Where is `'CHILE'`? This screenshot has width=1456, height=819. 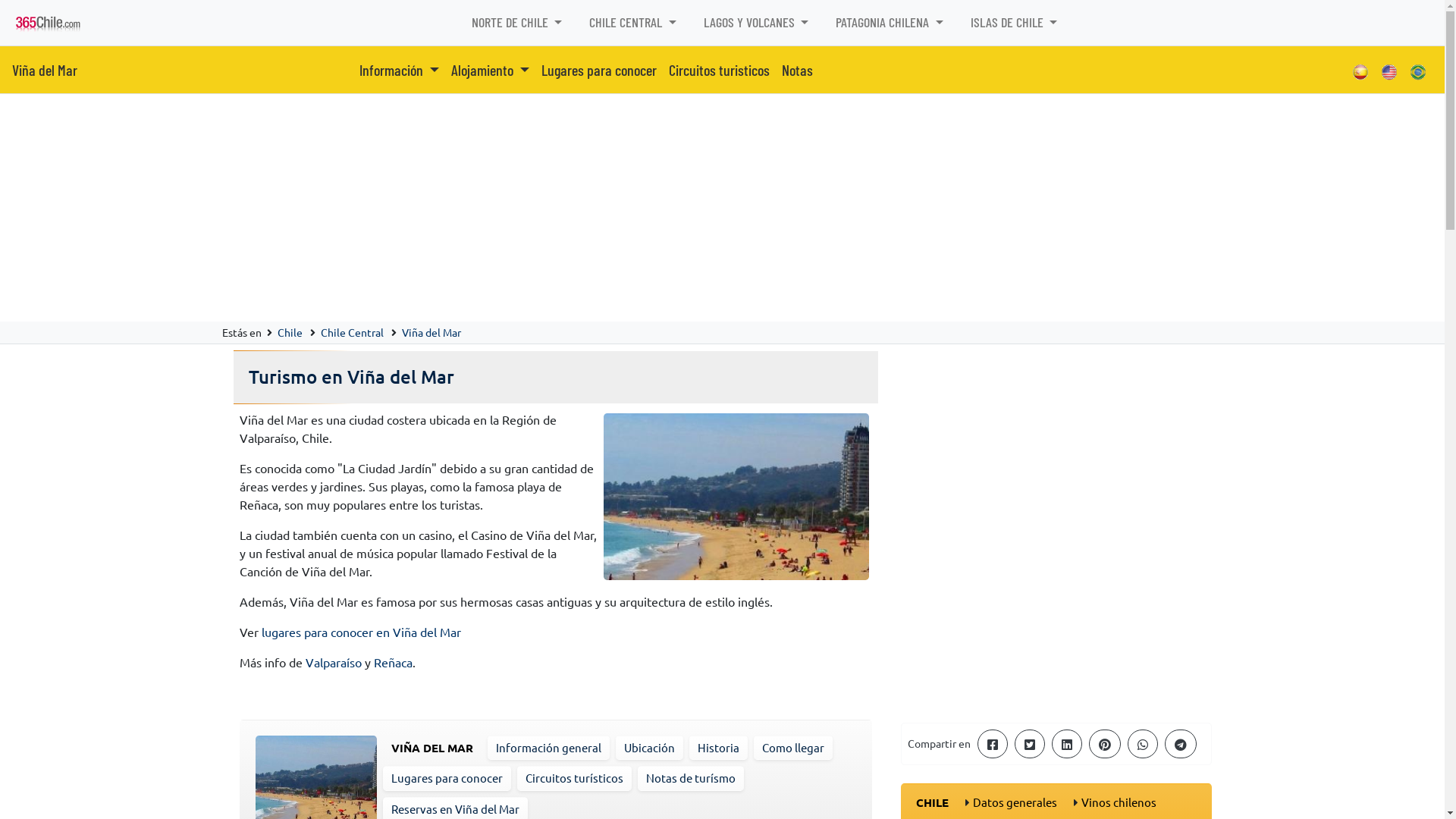 'CHILE' is located at coordinates (915, 801).